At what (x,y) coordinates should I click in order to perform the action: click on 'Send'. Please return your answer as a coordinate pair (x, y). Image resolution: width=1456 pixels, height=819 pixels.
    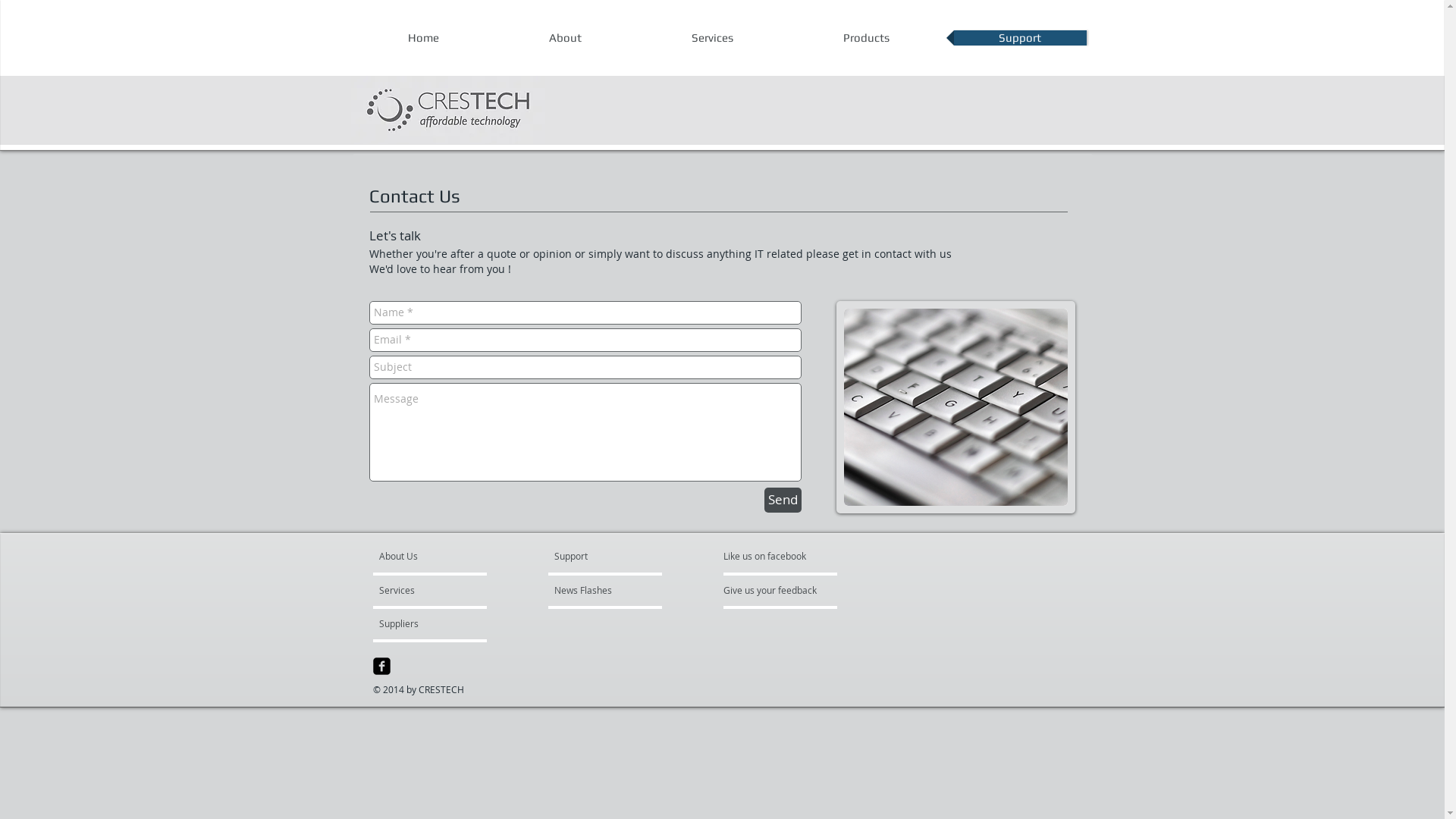
    Looking at the image, I should click on (783, 500).